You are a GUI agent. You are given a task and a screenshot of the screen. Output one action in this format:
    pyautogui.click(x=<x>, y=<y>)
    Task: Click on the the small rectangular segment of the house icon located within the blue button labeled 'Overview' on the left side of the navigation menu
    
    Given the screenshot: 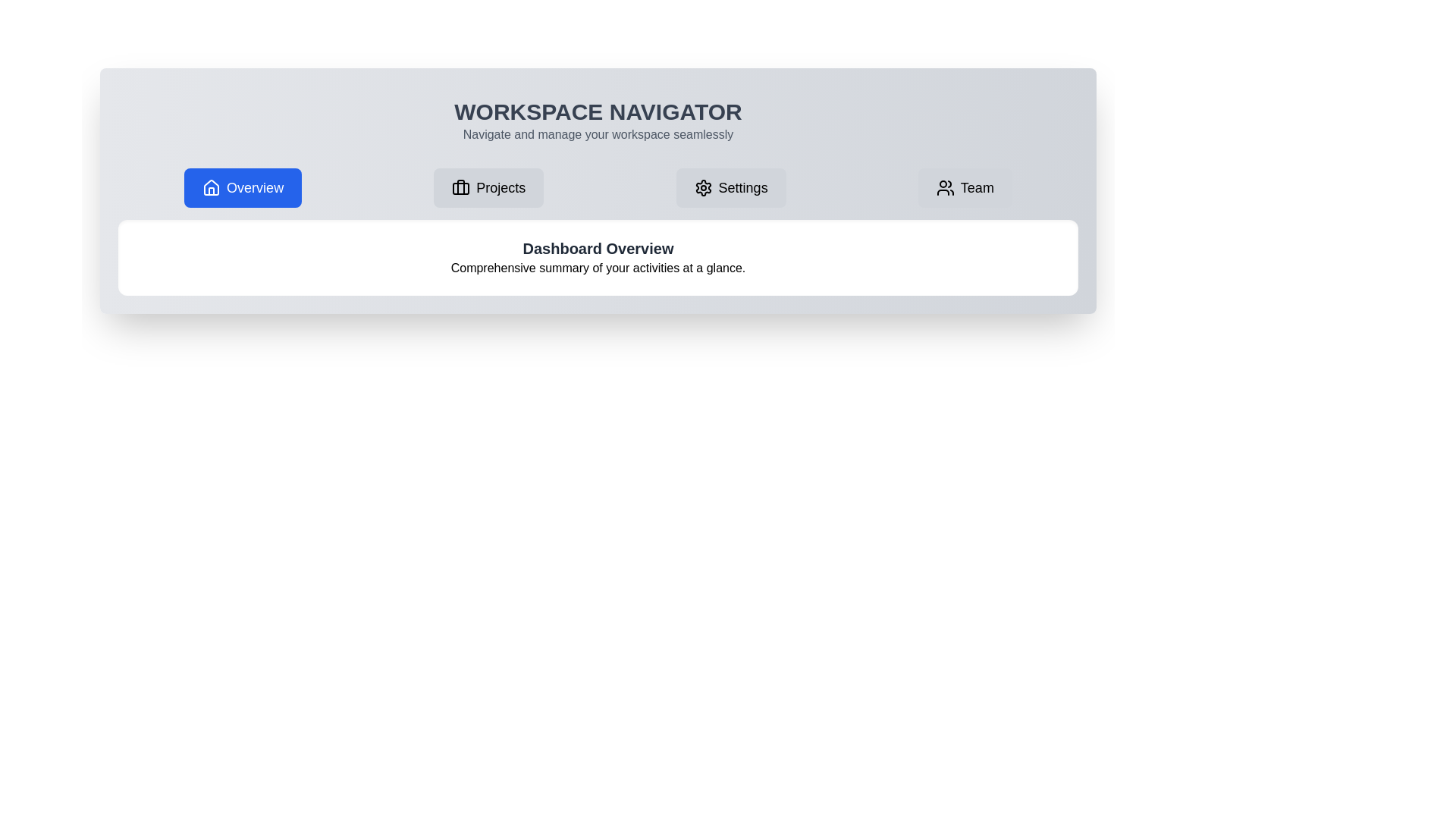 What is the action you would take?
    pyautogui.click(x=211, y=190)
    